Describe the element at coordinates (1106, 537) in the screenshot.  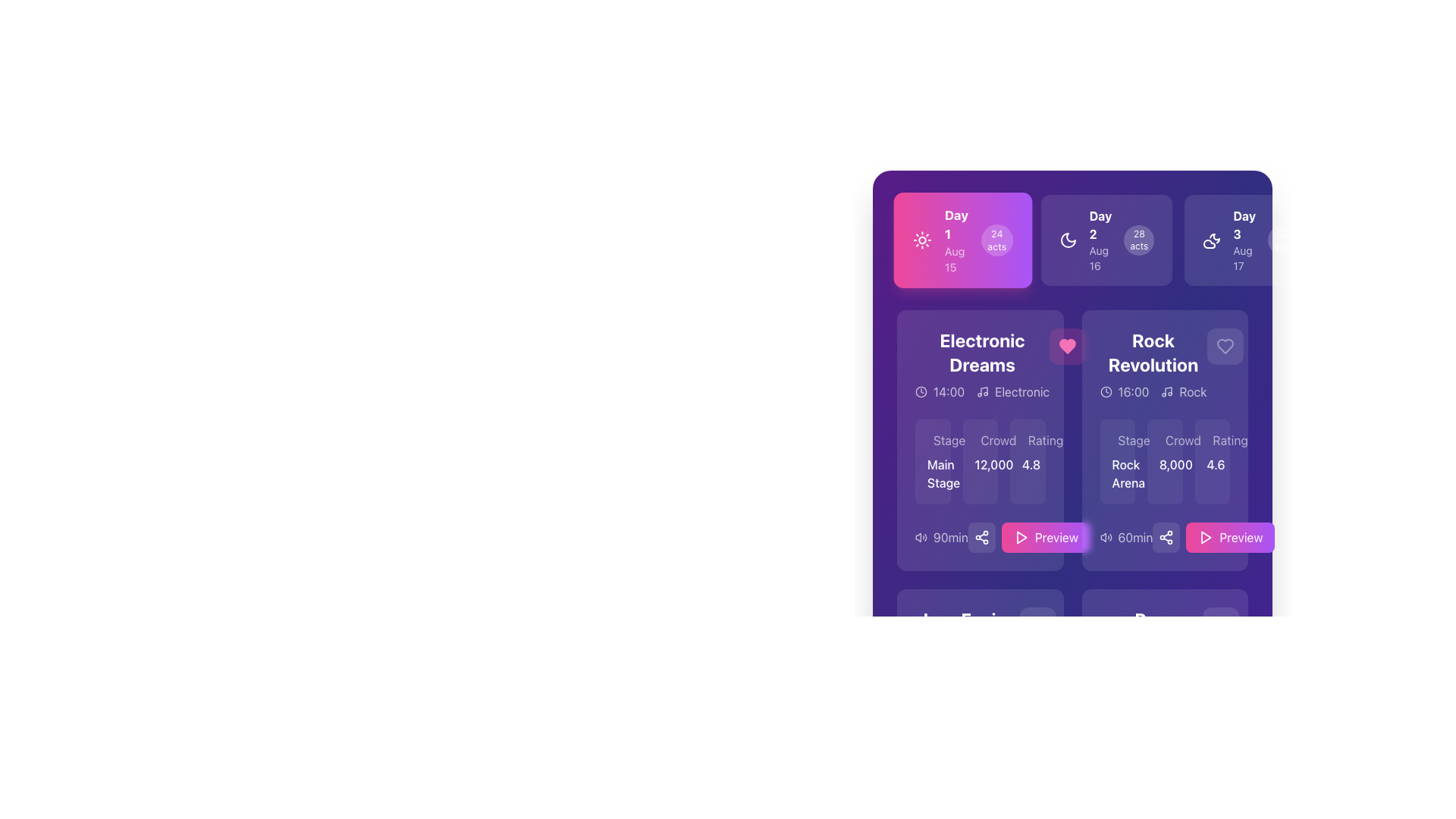
I see `the small speaker or volume icon located to the left of the '60min' text in the lower section of the 'Rock Revolution' event card` at that location.